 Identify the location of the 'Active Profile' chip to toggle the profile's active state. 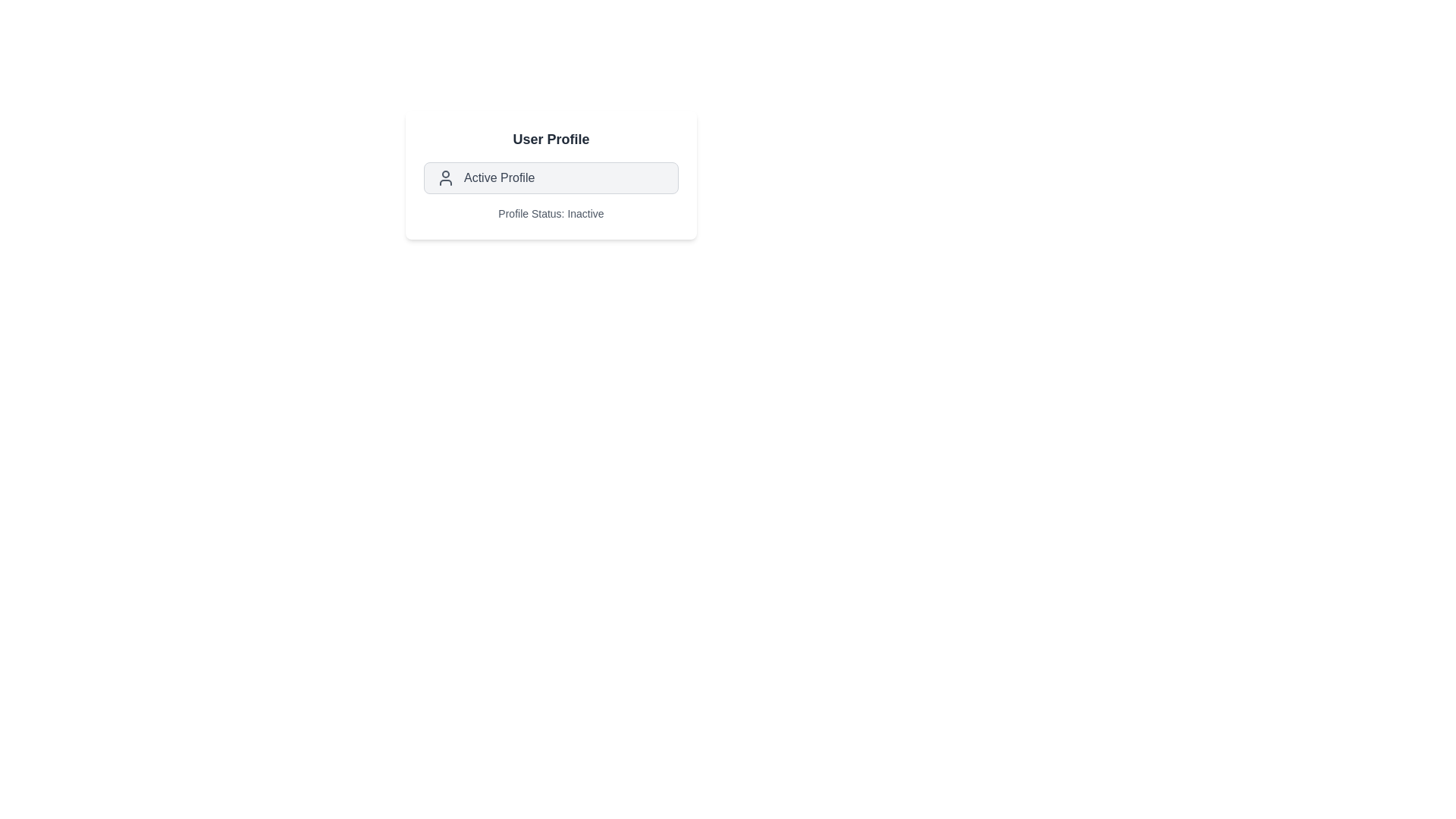
(550, 177).